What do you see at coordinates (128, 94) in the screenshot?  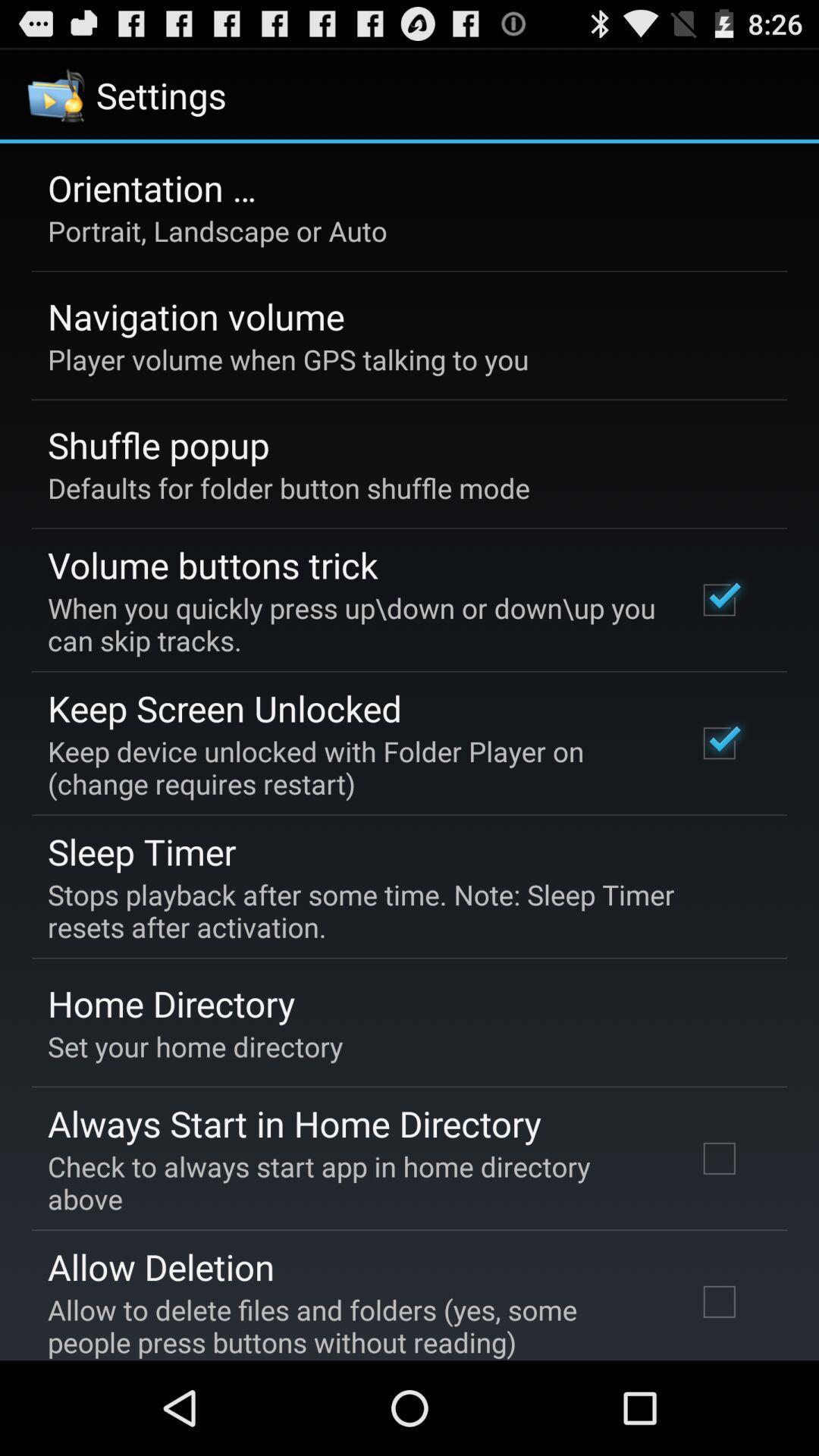 I see `image followed with text settings` at bounding box center [128, 94].